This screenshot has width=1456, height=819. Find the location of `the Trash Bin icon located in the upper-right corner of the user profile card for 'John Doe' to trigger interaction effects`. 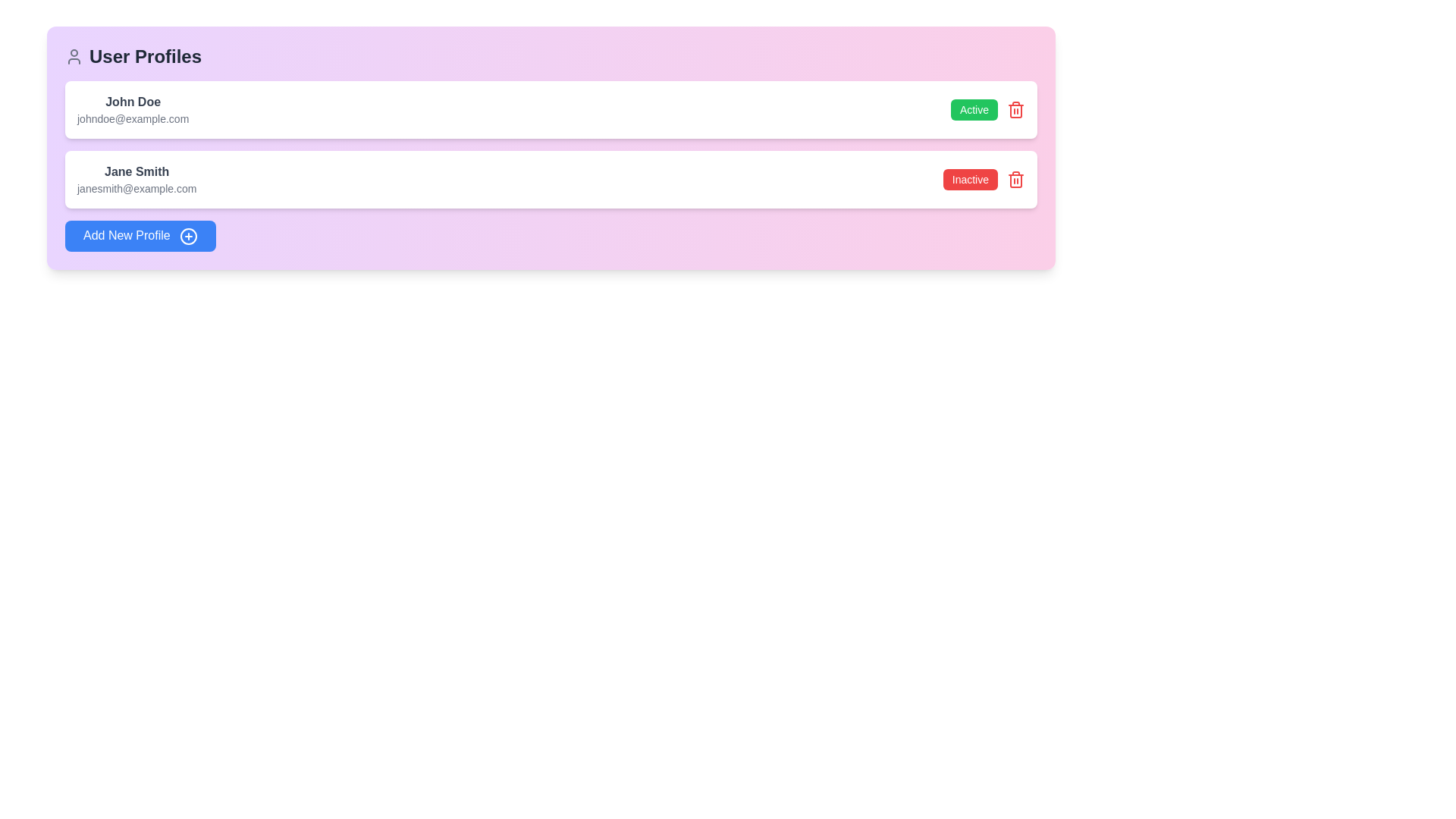

the Trash Bin icon located in the upper-right corner of the user profile card for 'John Doe' to trigger interaction effects is located at coordinates (1015, 109).